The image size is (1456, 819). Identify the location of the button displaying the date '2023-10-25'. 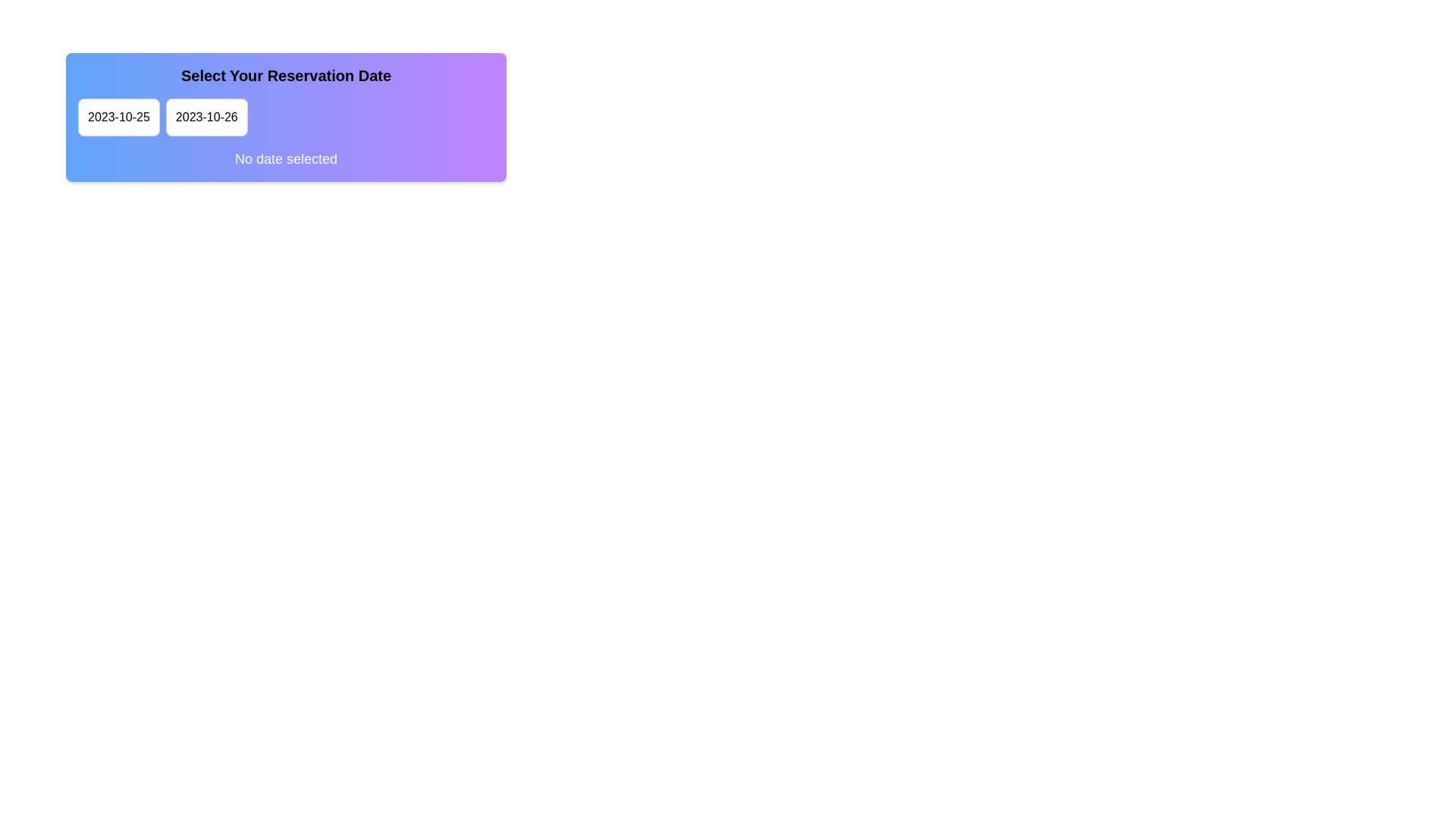
(118, 116).